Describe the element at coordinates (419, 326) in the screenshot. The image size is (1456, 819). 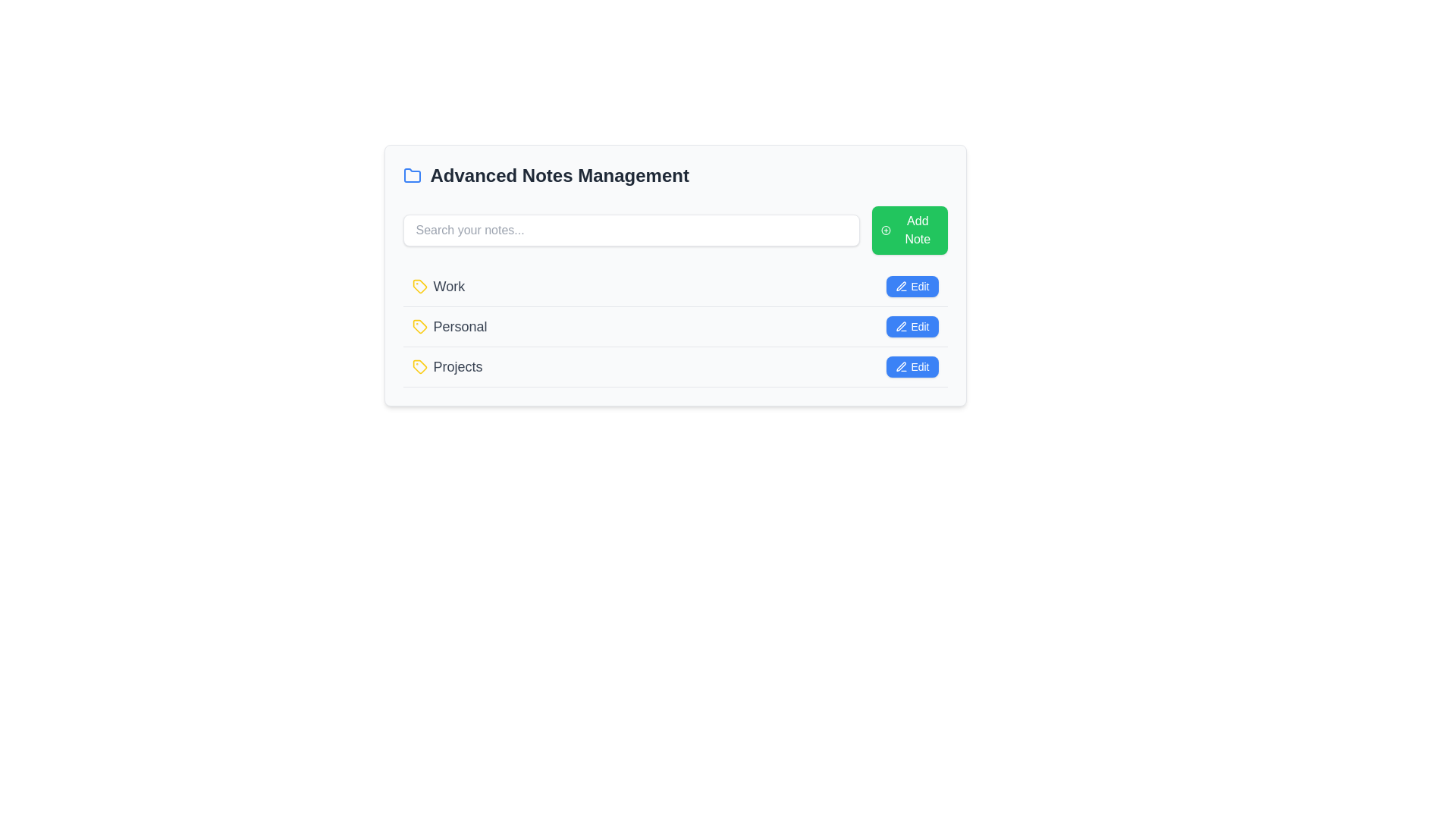
I see `the 'Personal' icon located to the left of the 'Personal' label in the vertical list, positioned between 'Work' and 'Projects'` at that location.